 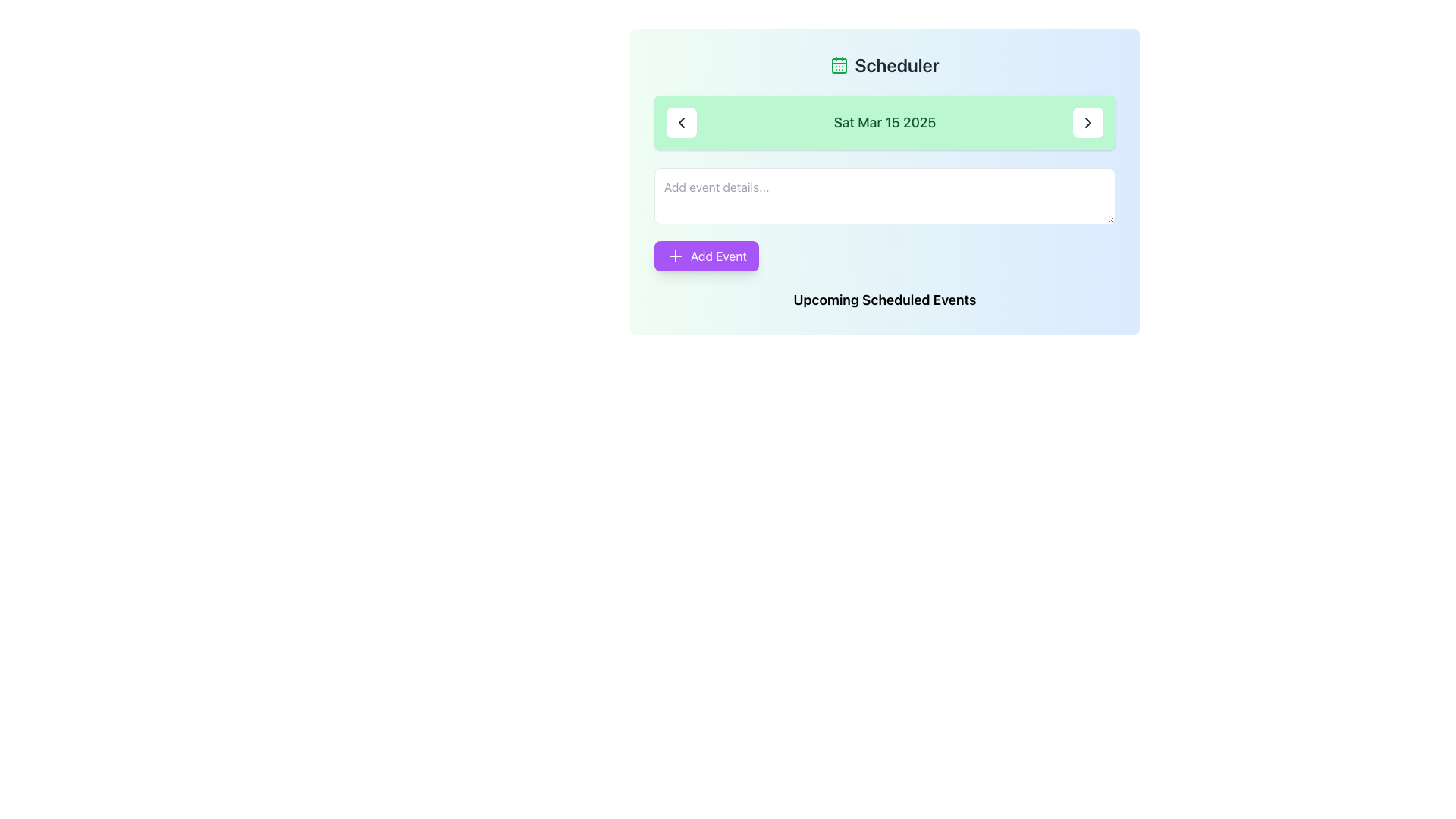 I want to click on the backward navigation button located on the left side of the highlighted date bar in the scheduler interface, so click(x=680, y=122).